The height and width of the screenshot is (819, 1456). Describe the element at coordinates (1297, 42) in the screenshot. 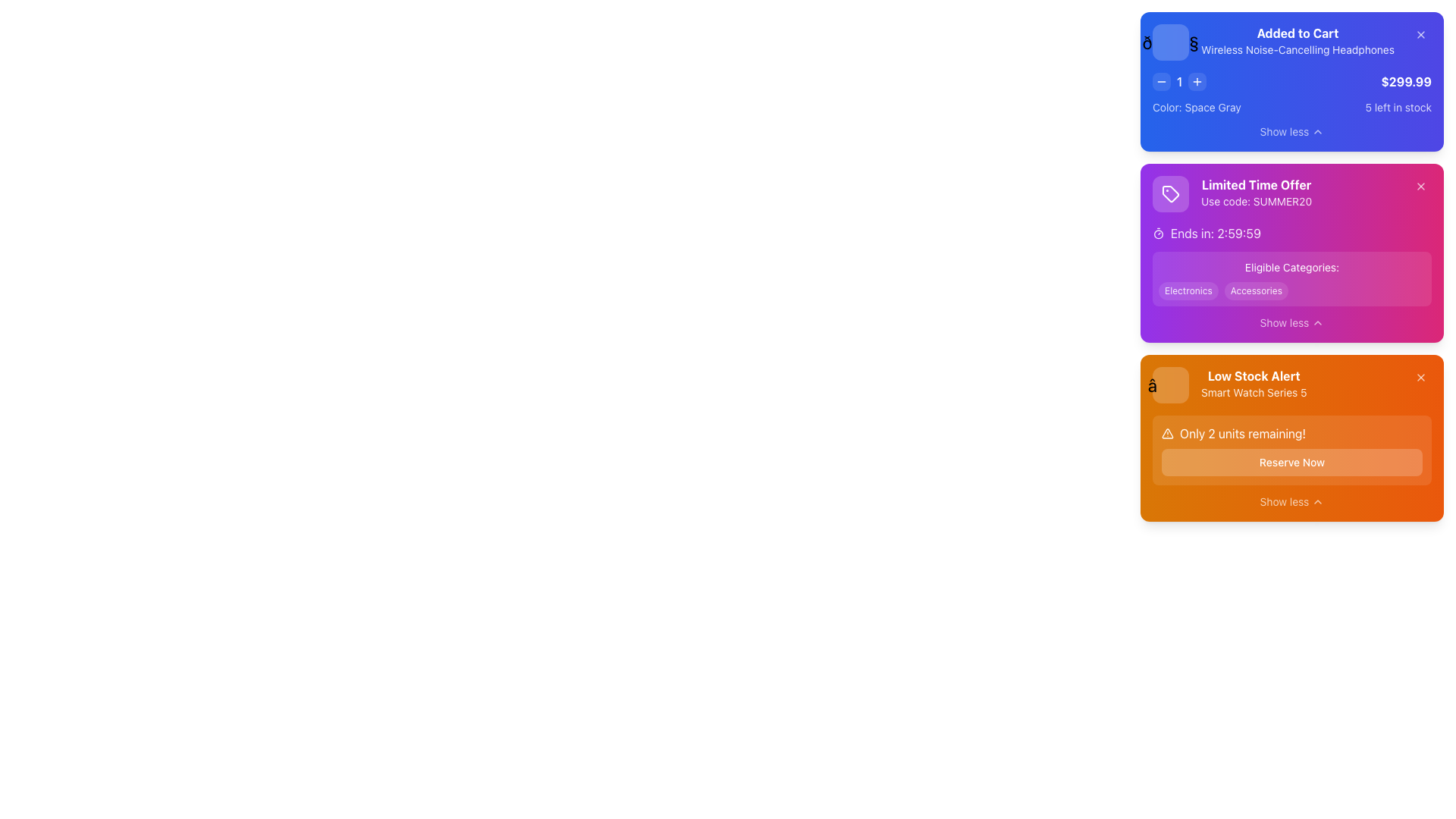

I see `the 'Added` at that location.